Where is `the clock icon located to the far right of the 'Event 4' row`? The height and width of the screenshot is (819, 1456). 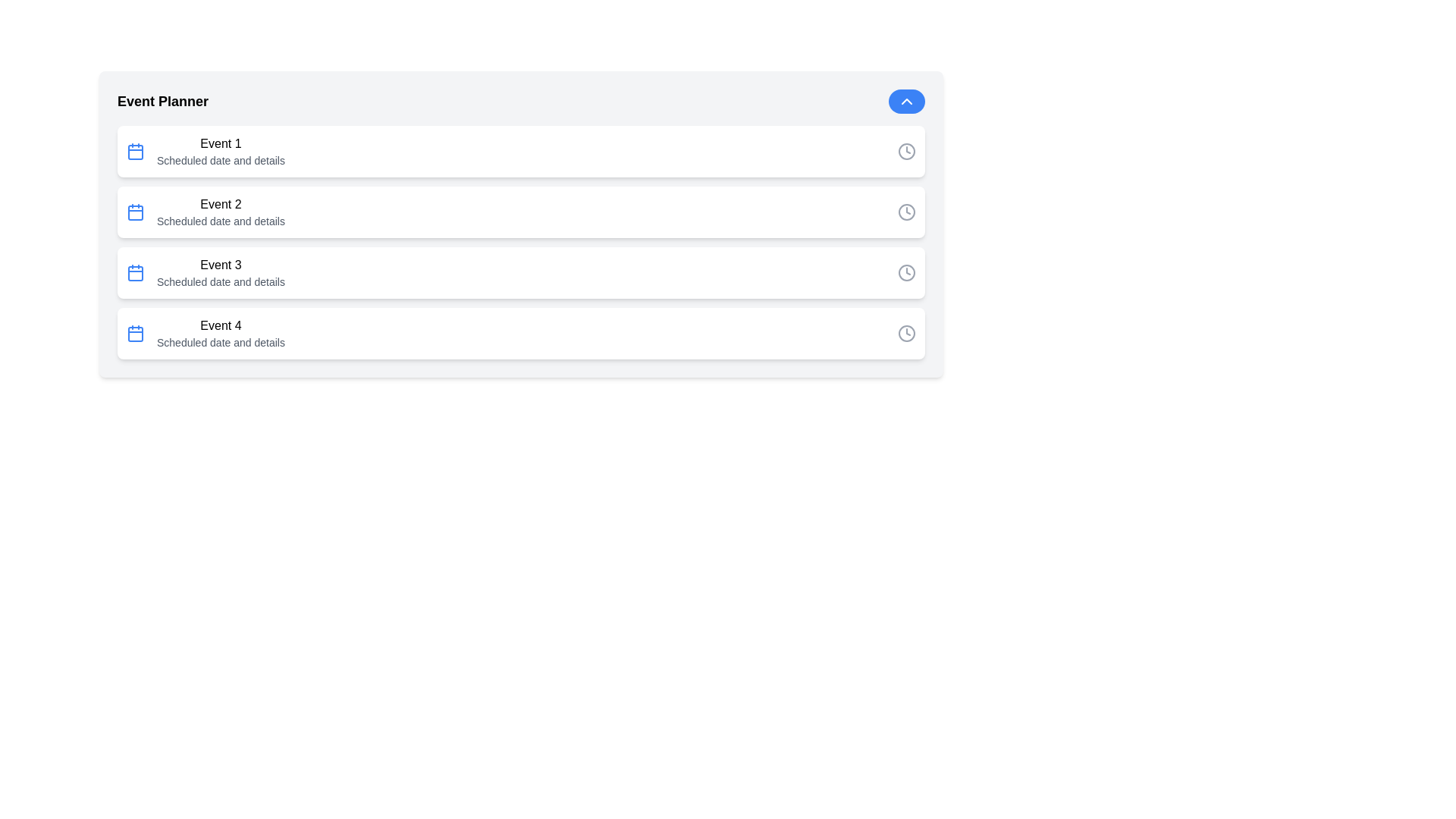 the clock icon located to the far right of the 'Event 4' row is located at coordinates (906, 332).